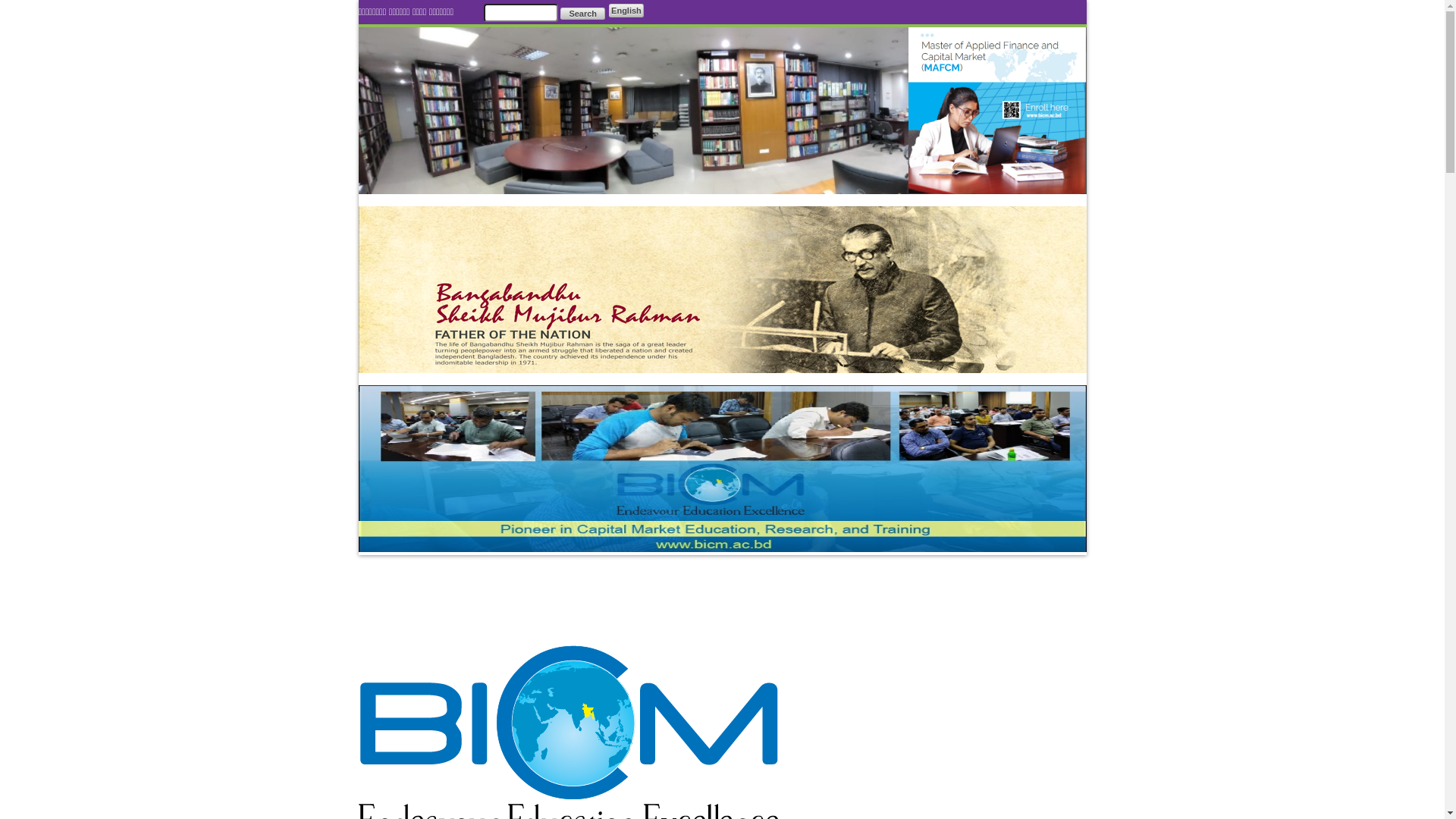 The height and width of the screenshot is (819, 1456). What do you see at coordinates (626, 11) in the screenshot?
I see `'English'` at bounding box center [626, 11].